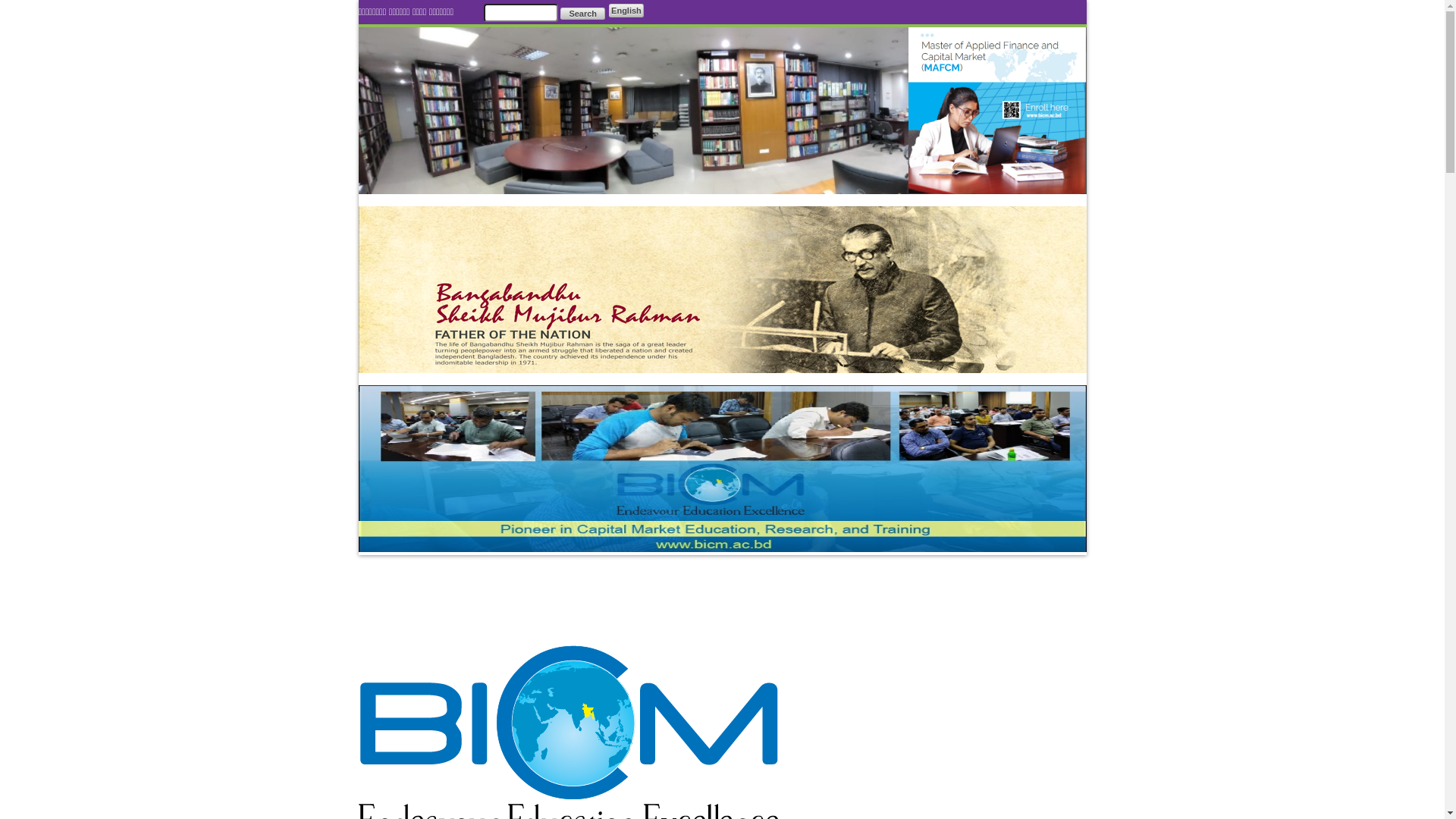 The height and width of the screenshot is (819, 1456). What do you see at coordinates (626, 11) in the screenshot?
I see `'English'` at bounding box center [626, 11].